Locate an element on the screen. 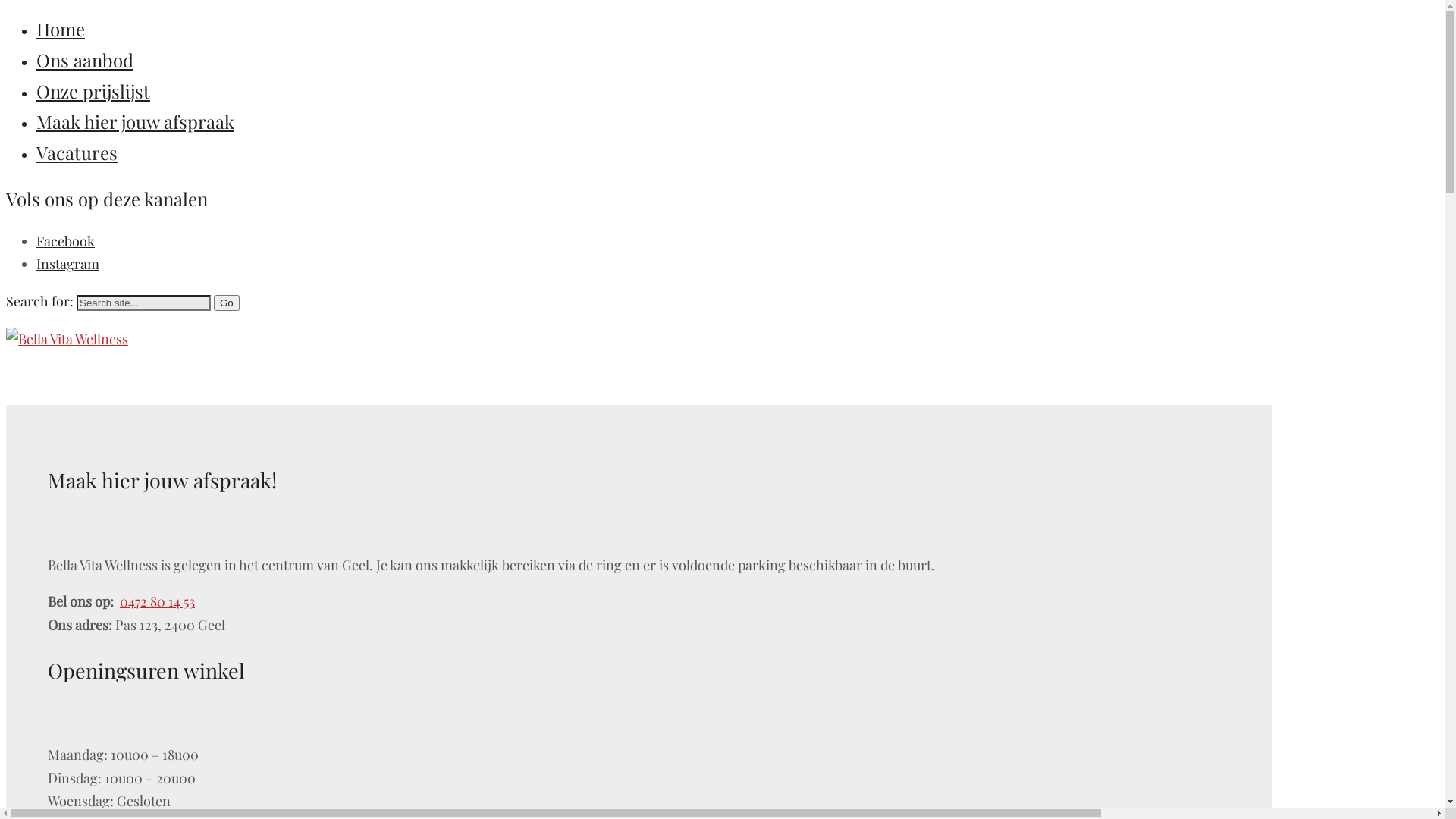  'Go' is located at coordinates (213, 303).